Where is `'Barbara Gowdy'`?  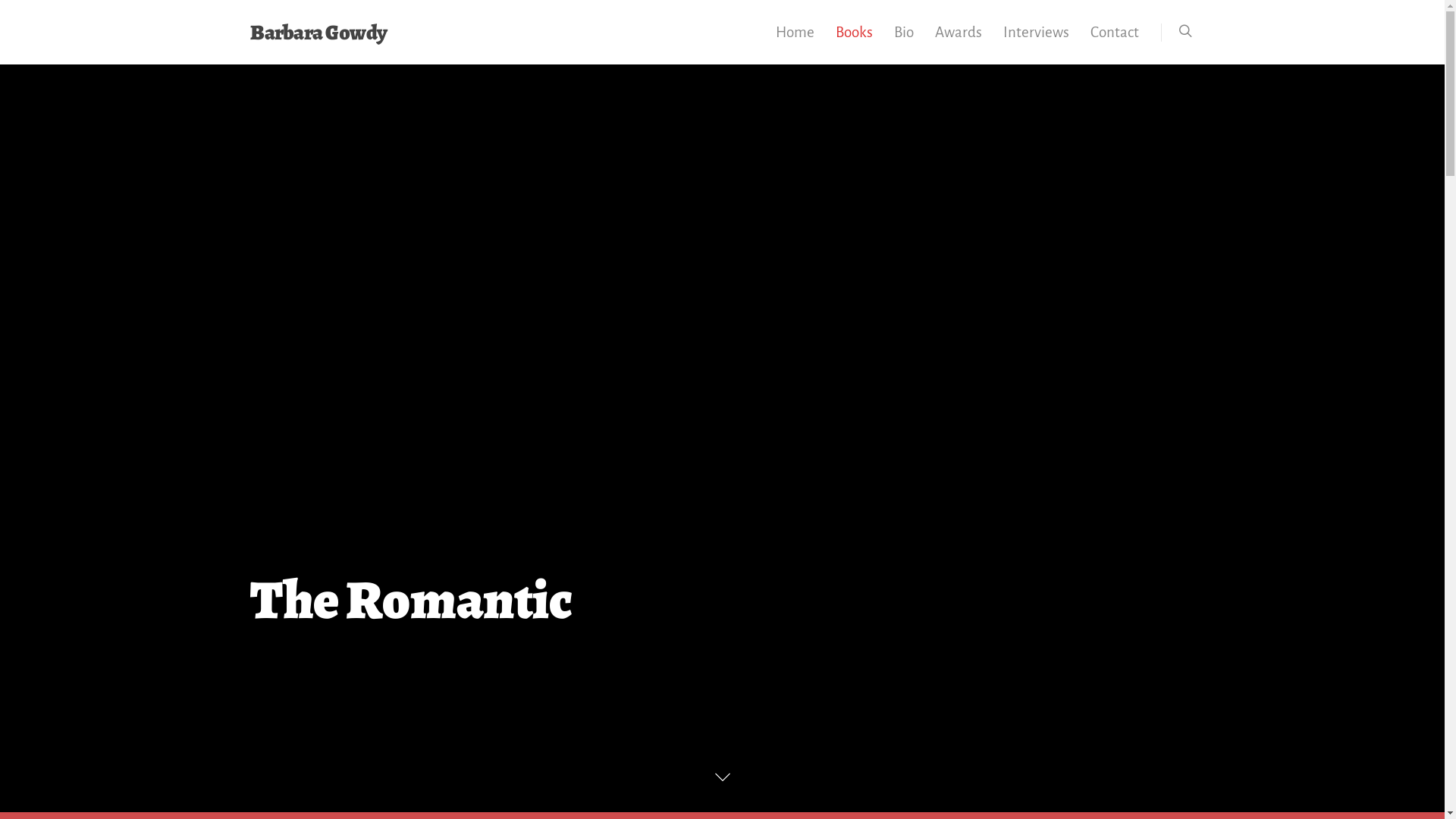 'Barbara Gowdy' is located at coordinates (318, 32).